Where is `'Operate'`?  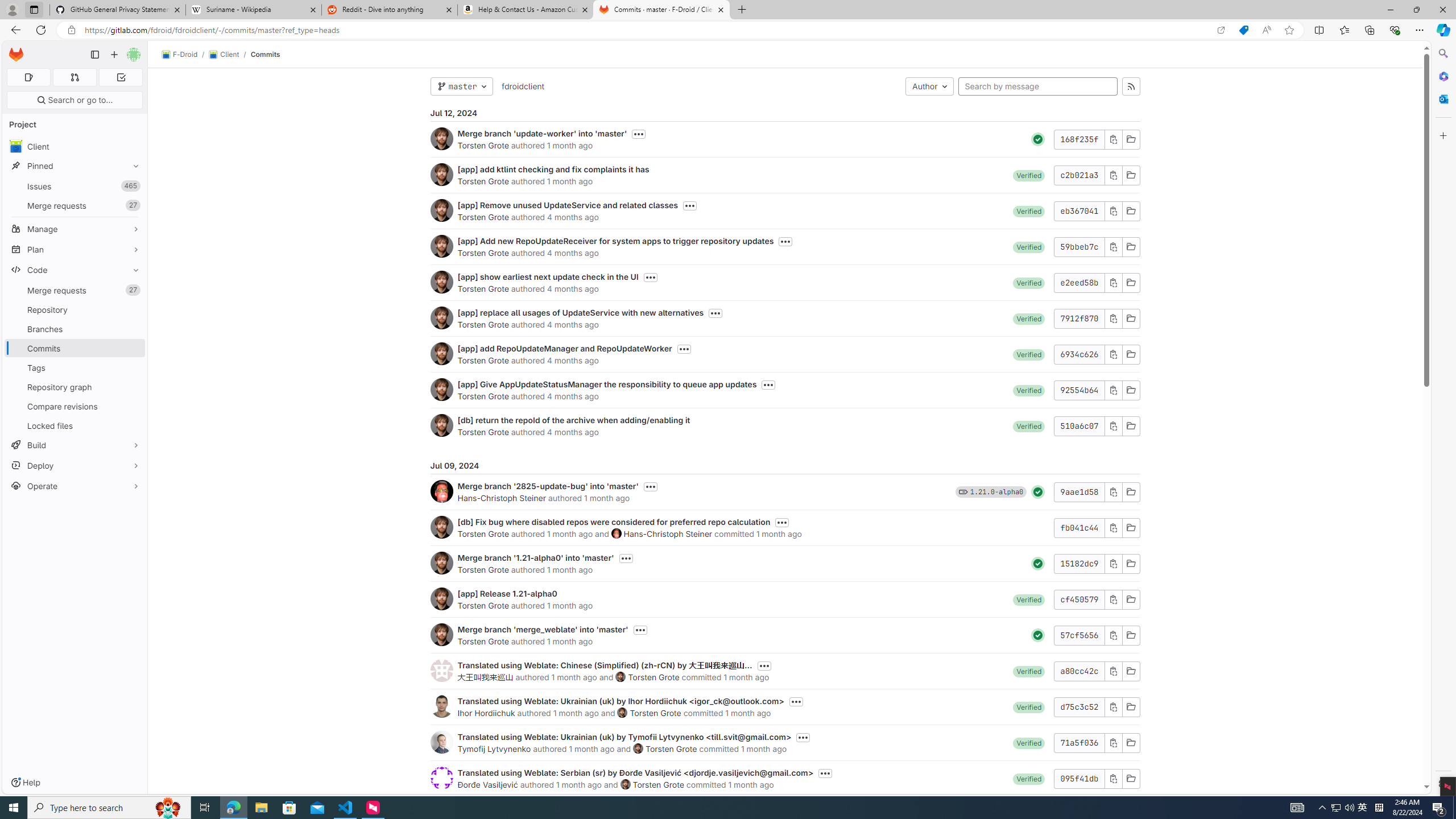 'Operate' is located at coordinates (74, 486).